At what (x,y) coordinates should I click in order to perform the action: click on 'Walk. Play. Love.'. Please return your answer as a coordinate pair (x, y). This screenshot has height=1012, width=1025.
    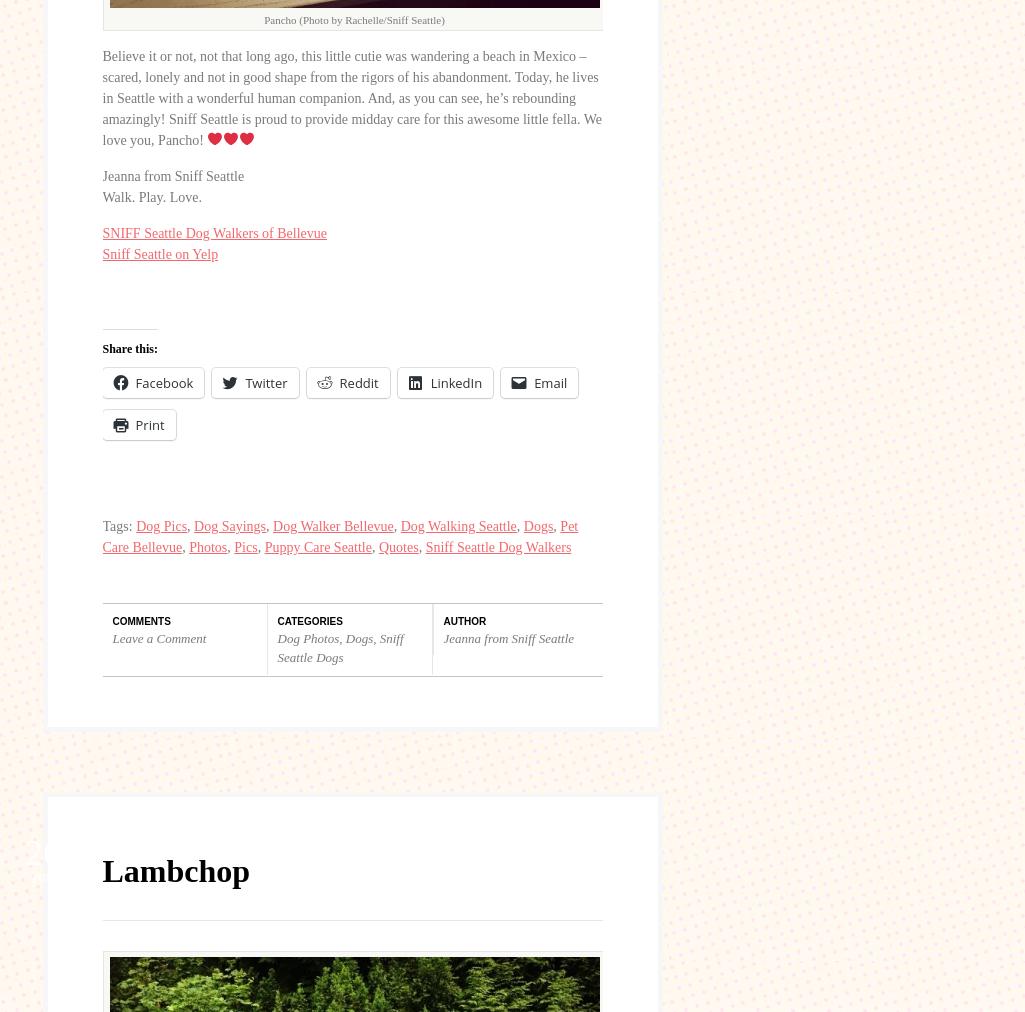
    Looking at the image, I should click on (150, 196).